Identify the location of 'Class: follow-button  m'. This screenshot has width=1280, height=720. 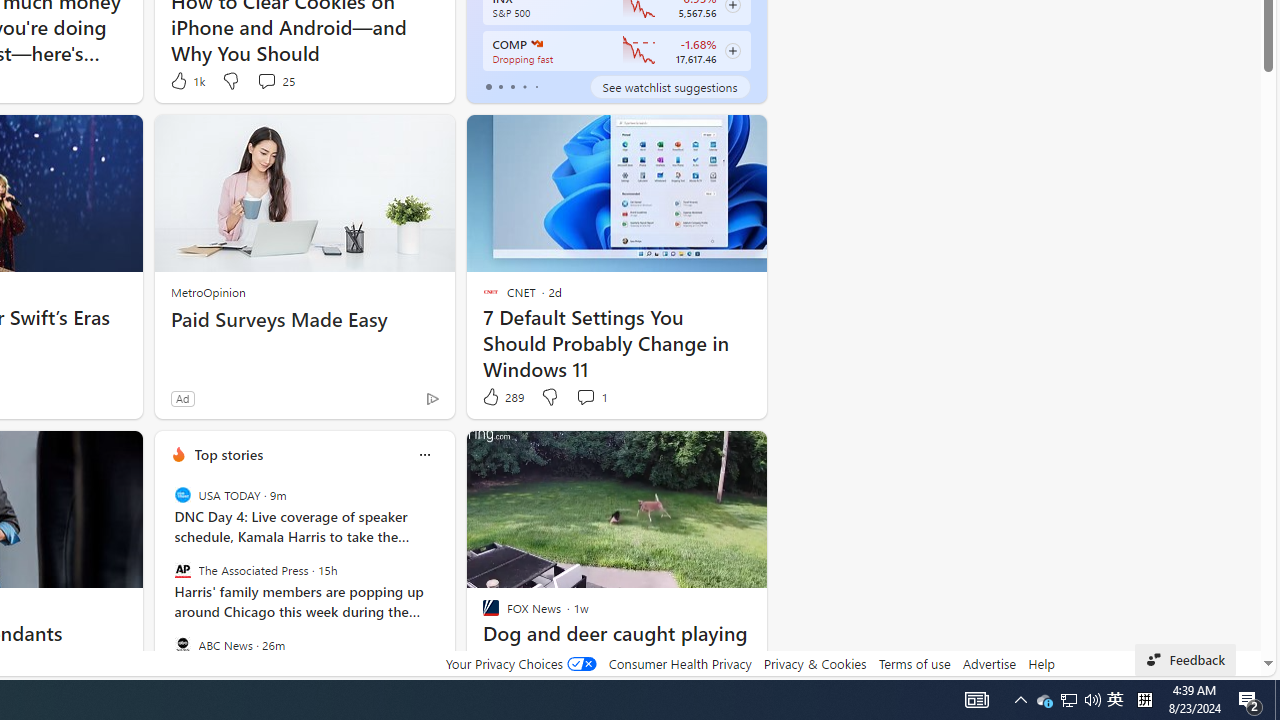
(731, 50).